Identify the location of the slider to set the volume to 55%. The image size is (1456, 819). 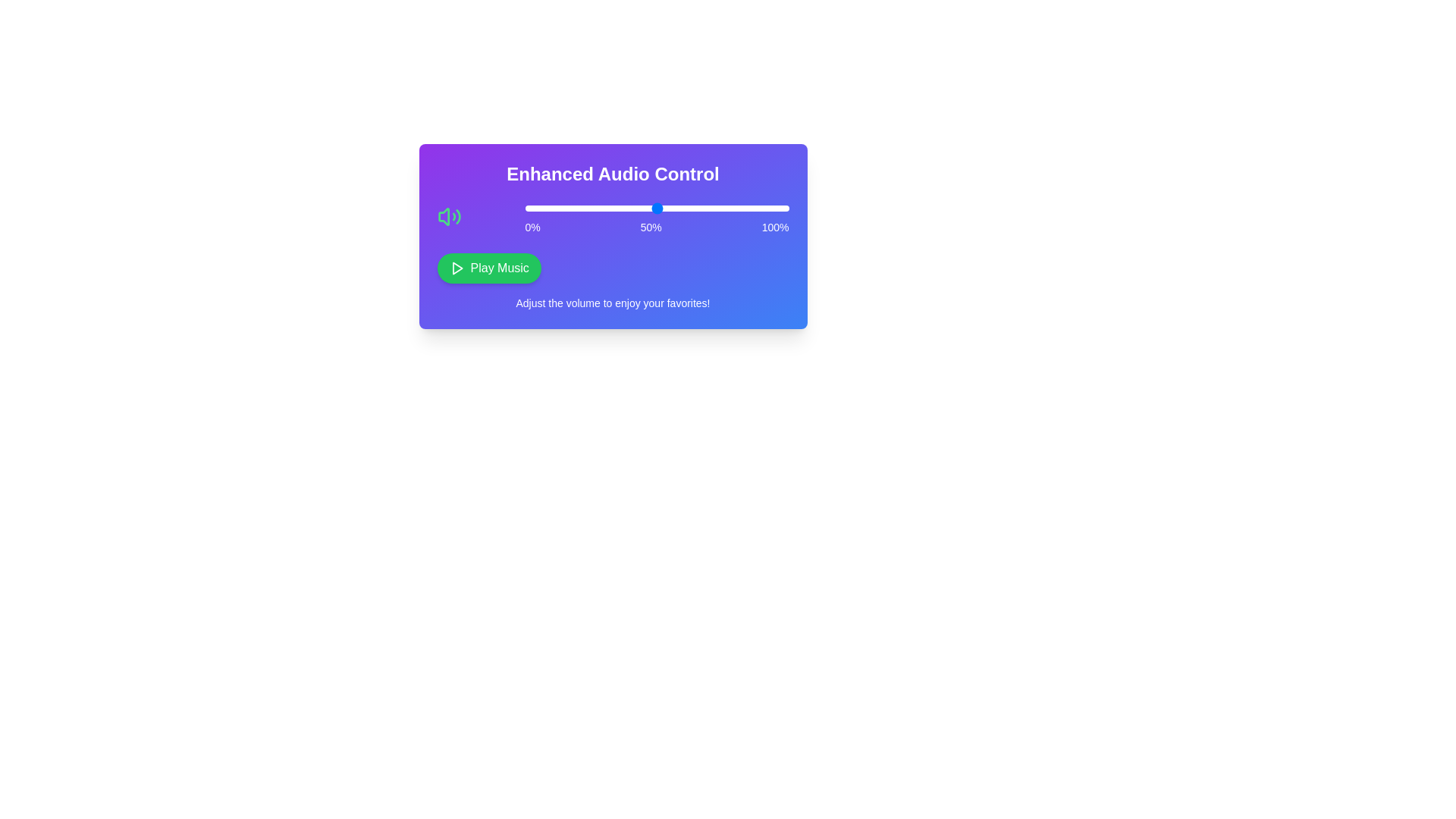
(669, 208).